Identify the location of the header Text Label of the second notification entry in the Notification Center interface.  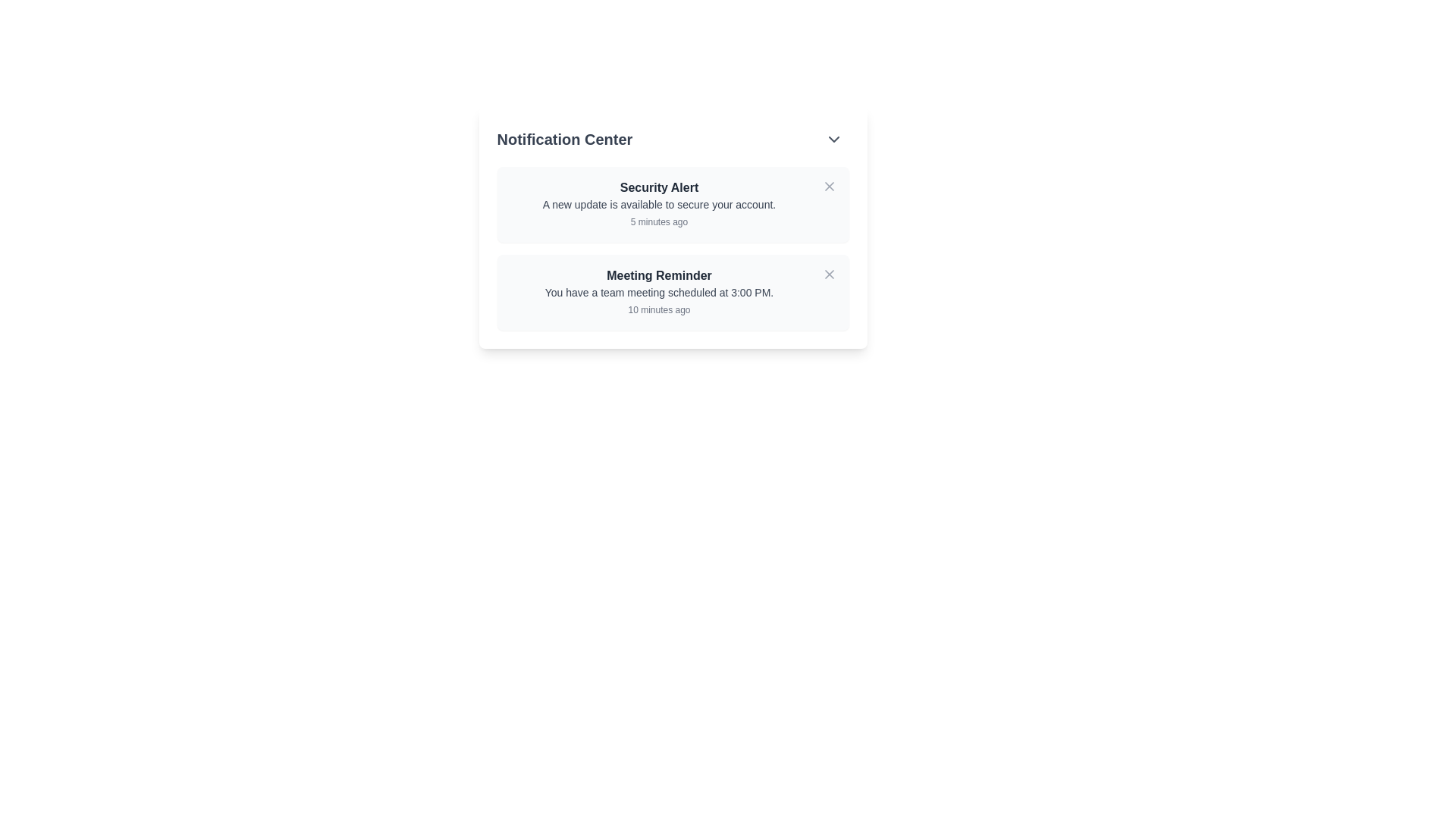
(659, 275).